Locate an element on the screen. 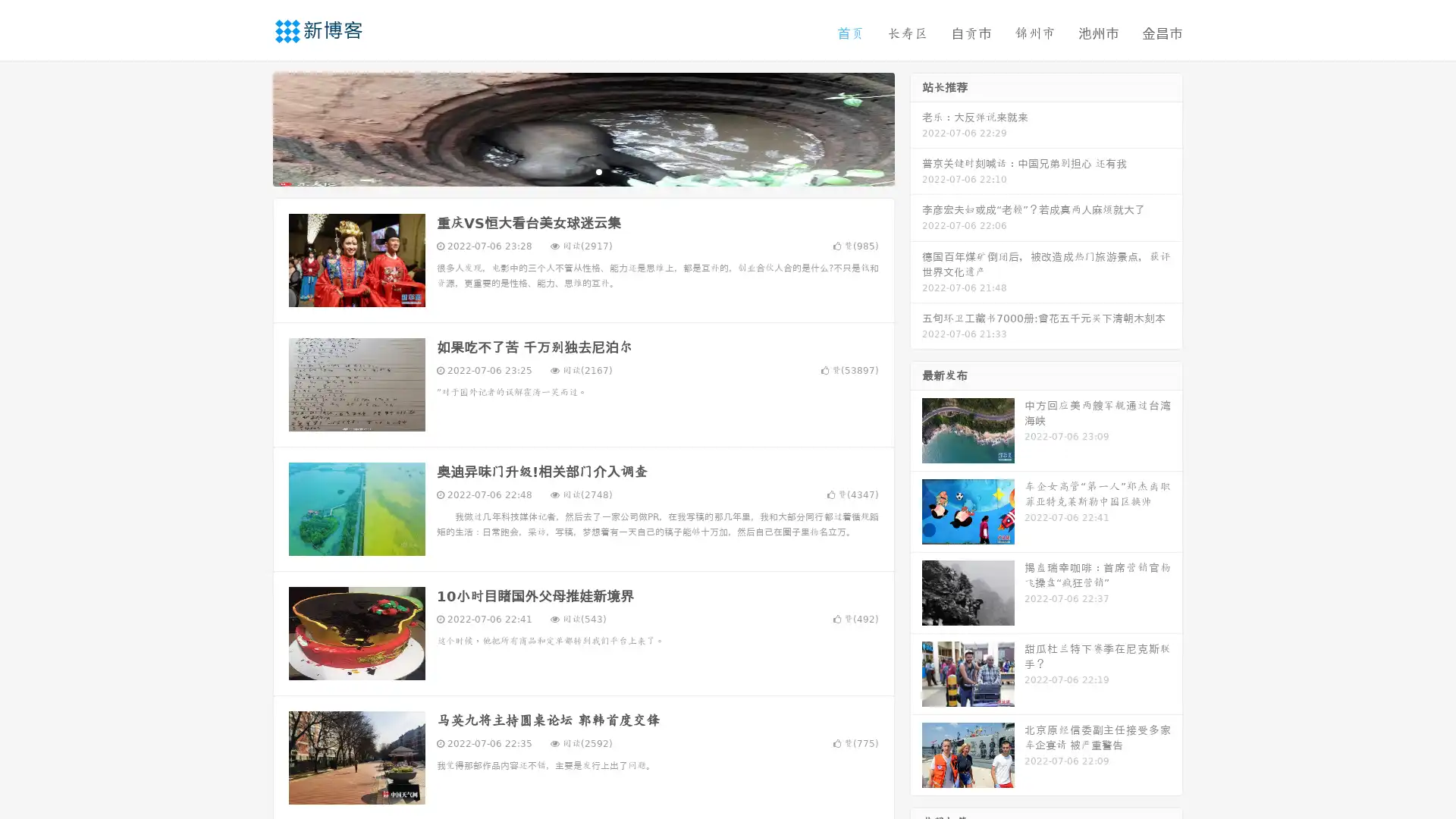  Go to slide 3 is located at coordinates (598, 171).